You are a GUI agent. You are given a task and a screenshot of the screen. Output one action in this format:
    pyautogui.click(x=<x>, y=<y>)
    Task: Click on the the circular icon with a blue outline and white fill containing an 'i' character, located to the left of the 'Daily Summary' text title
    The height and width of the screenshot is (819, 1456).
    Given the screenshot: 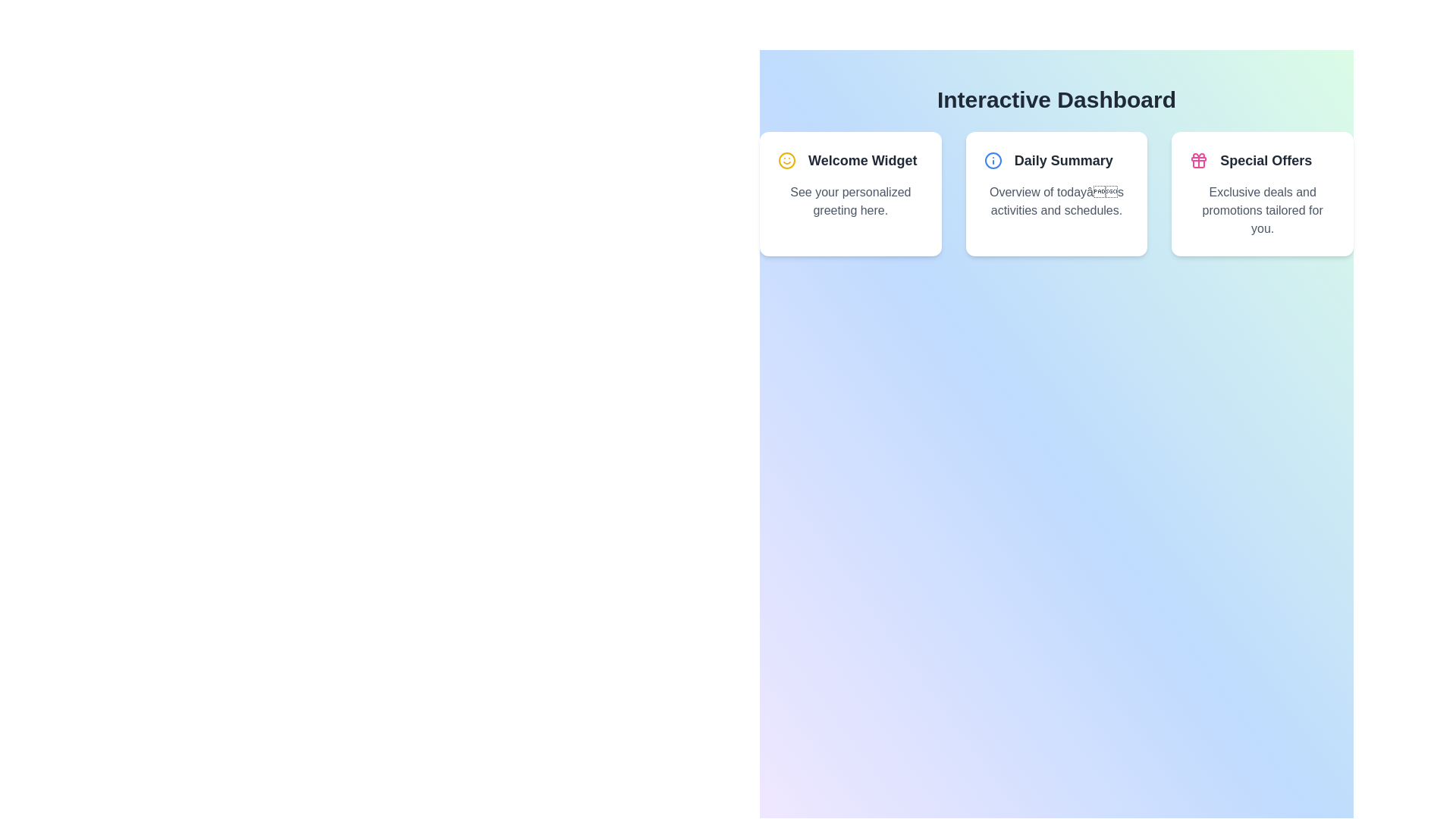 What is the action you would take?
    pyautogui.click(x=993, y=161)
    